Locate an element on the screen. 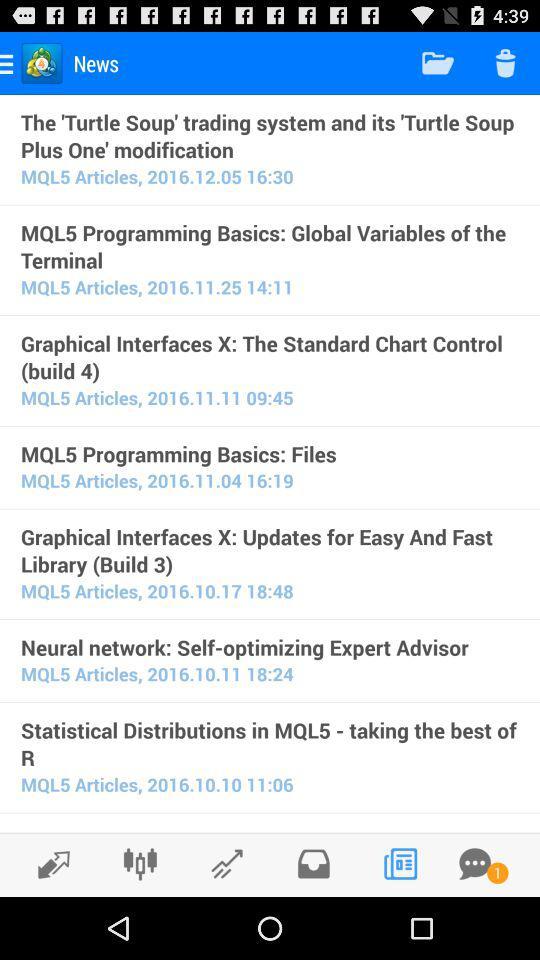  the edit icon is located at coordinates (48, 925).